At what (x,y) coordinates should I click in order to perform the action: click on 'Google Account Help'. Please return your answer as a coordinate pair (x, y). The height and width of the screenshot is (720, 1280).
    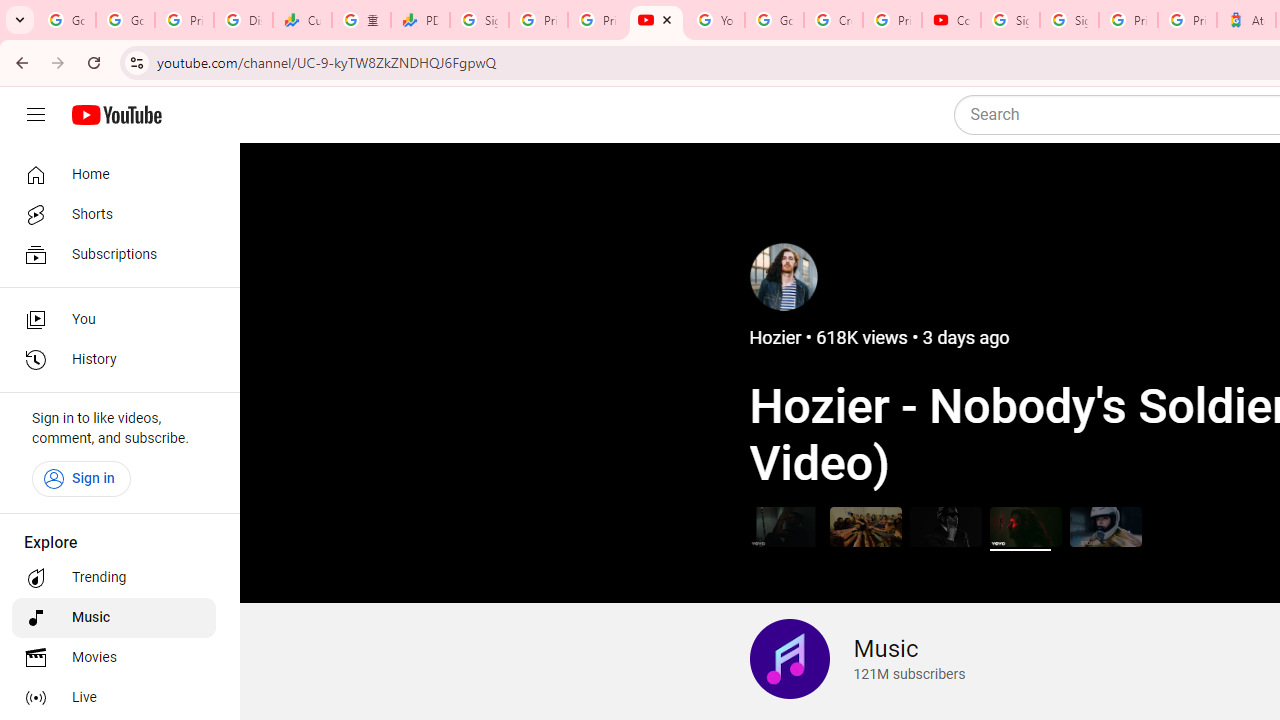
    Looking at the image, I should click on (773, 20).